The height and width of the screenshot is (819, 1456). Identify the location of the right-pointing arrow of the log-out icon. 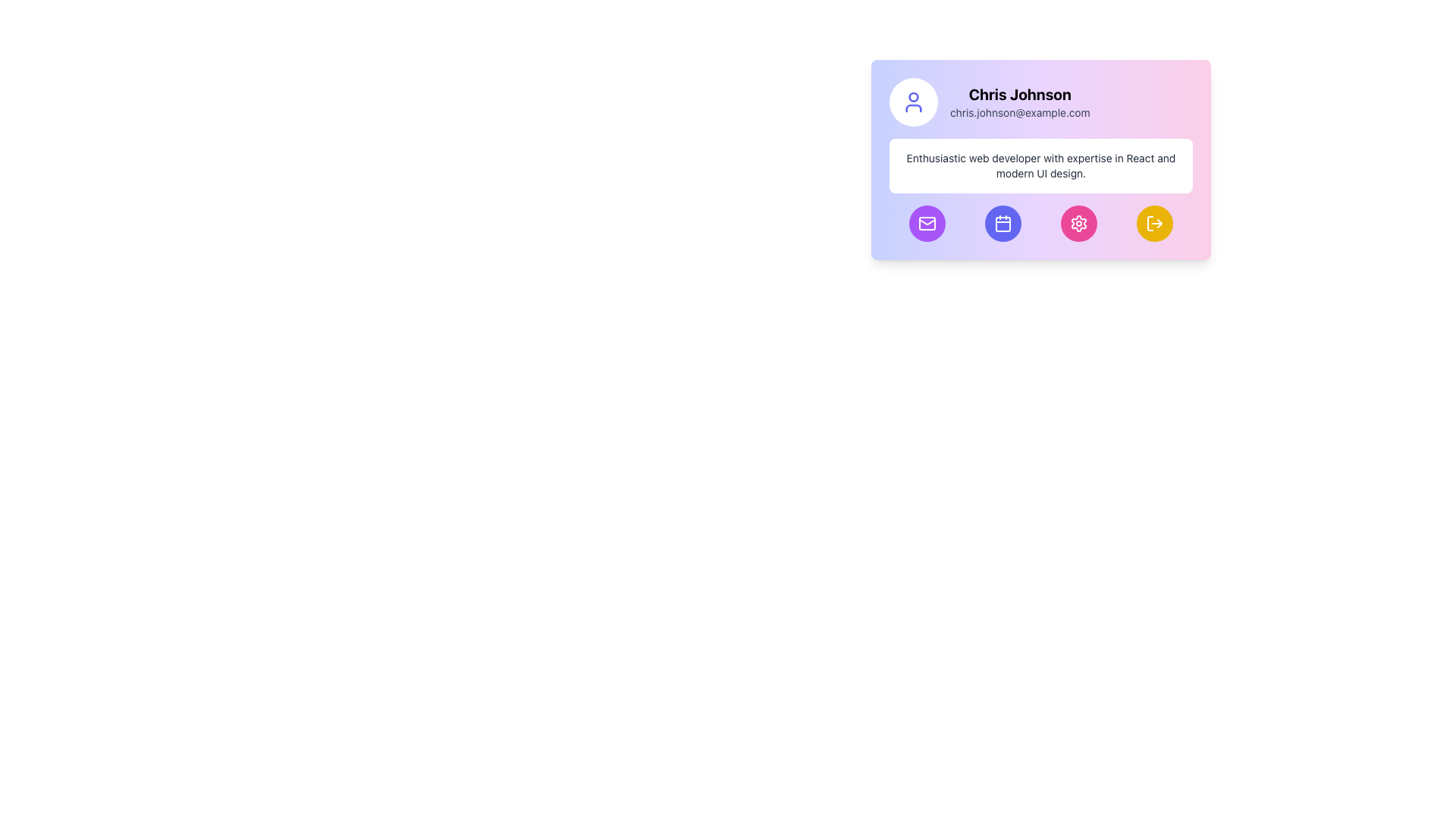
(1159, 223).